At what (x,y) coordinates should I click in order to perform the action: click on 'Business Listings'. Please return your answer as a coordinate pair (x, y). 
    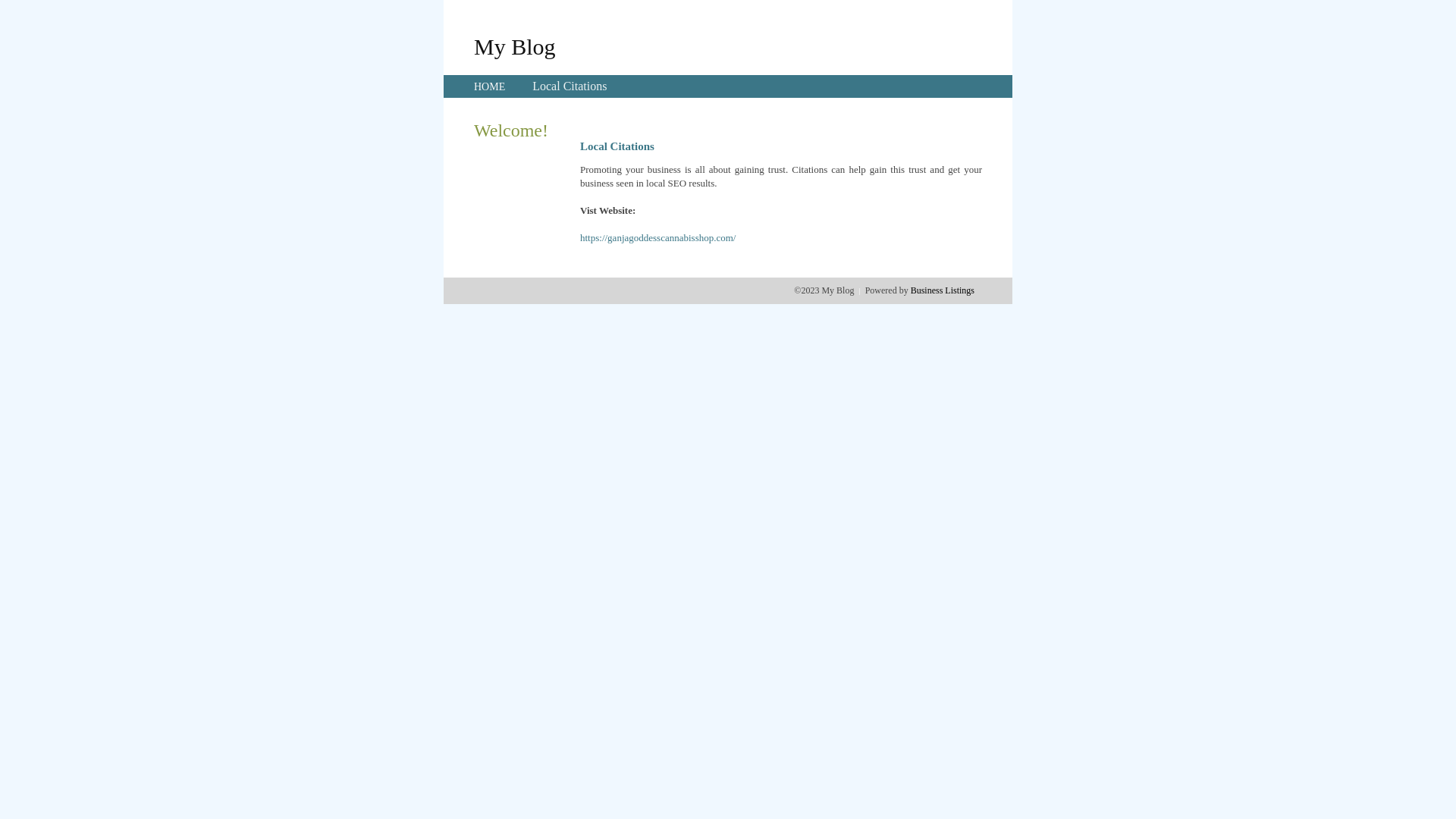
    Looking at the image, I should click on (942, 290).